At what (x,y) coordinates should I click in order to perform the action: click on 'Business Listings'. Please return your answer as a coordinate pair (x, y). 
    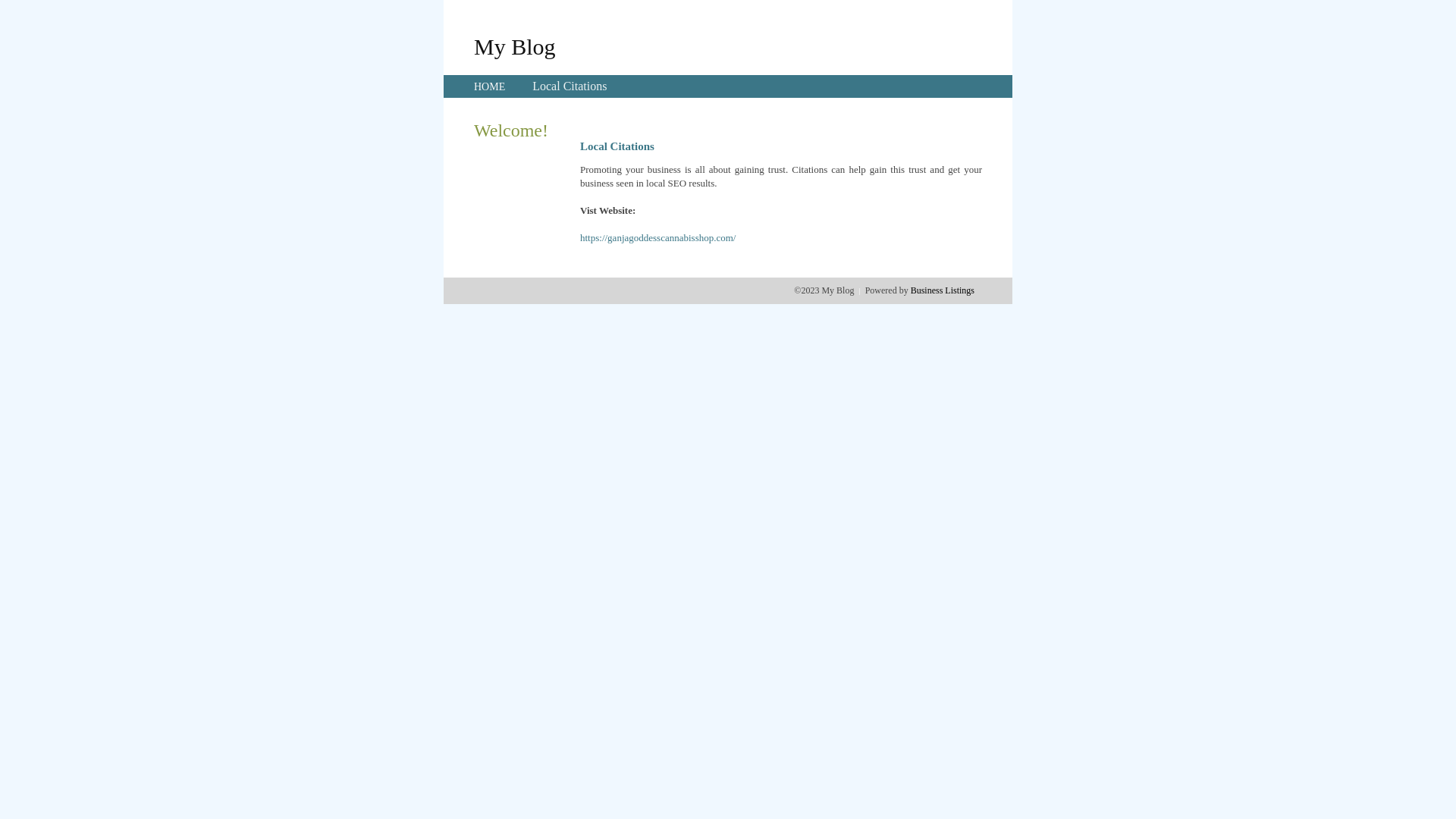
    Looking at the image, I should click on (942, 290).